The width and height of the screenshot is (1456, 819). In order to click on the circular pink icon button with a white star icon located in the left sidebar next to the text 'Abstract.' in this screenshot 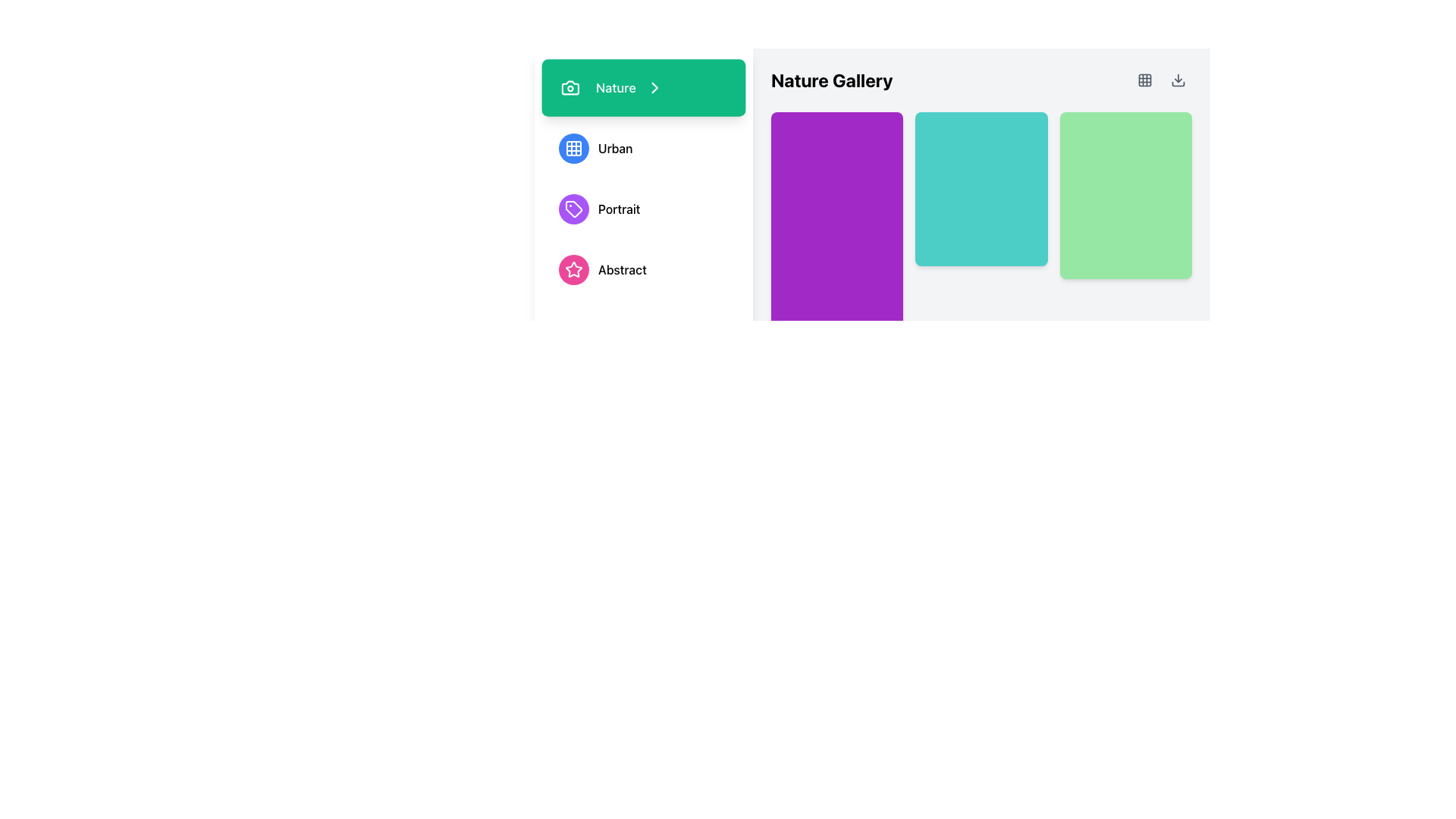, I will do `click(573, 268)`.